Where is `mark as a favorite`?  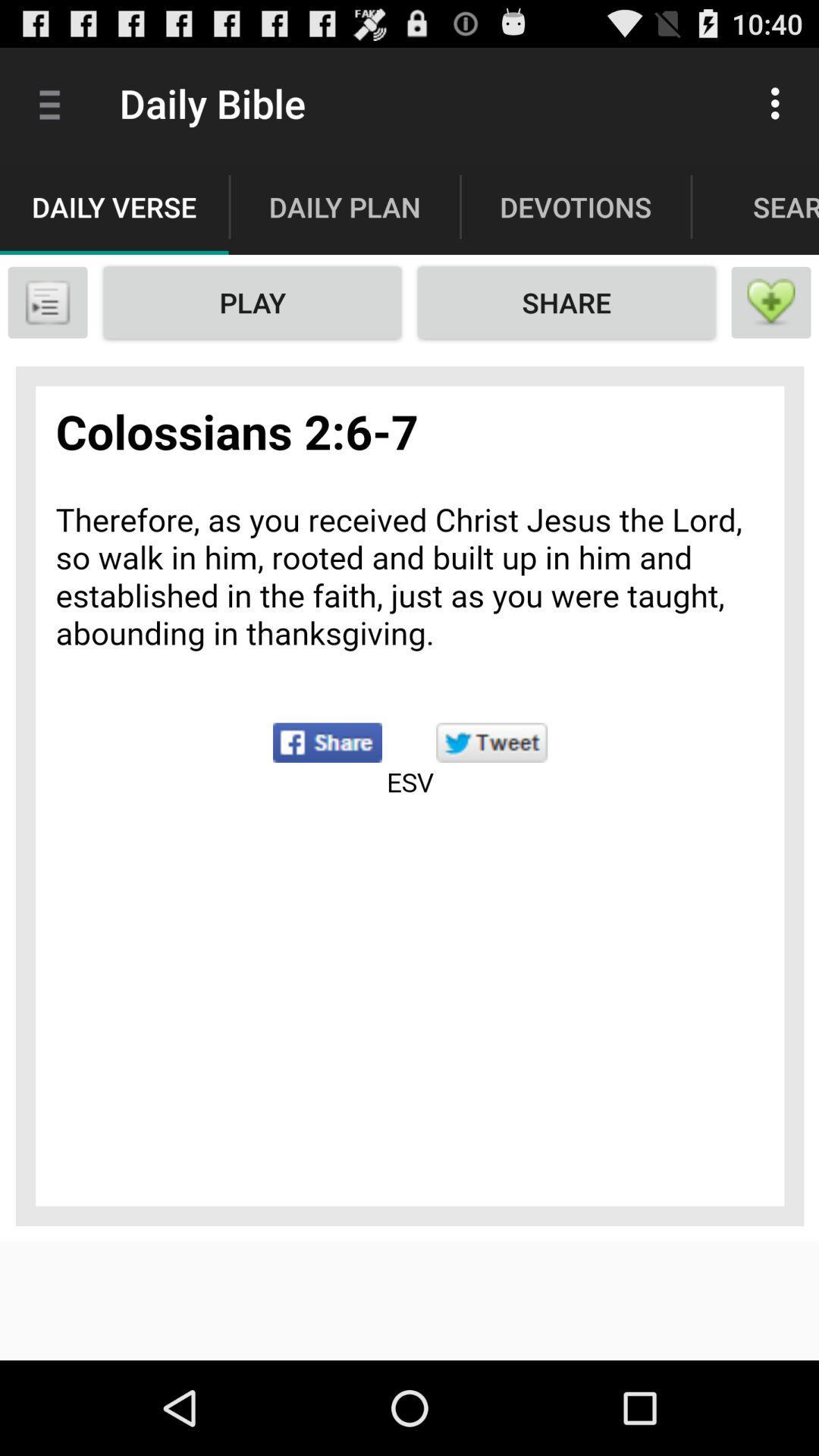
mark as a favorite is located at coordinates (771, 302).